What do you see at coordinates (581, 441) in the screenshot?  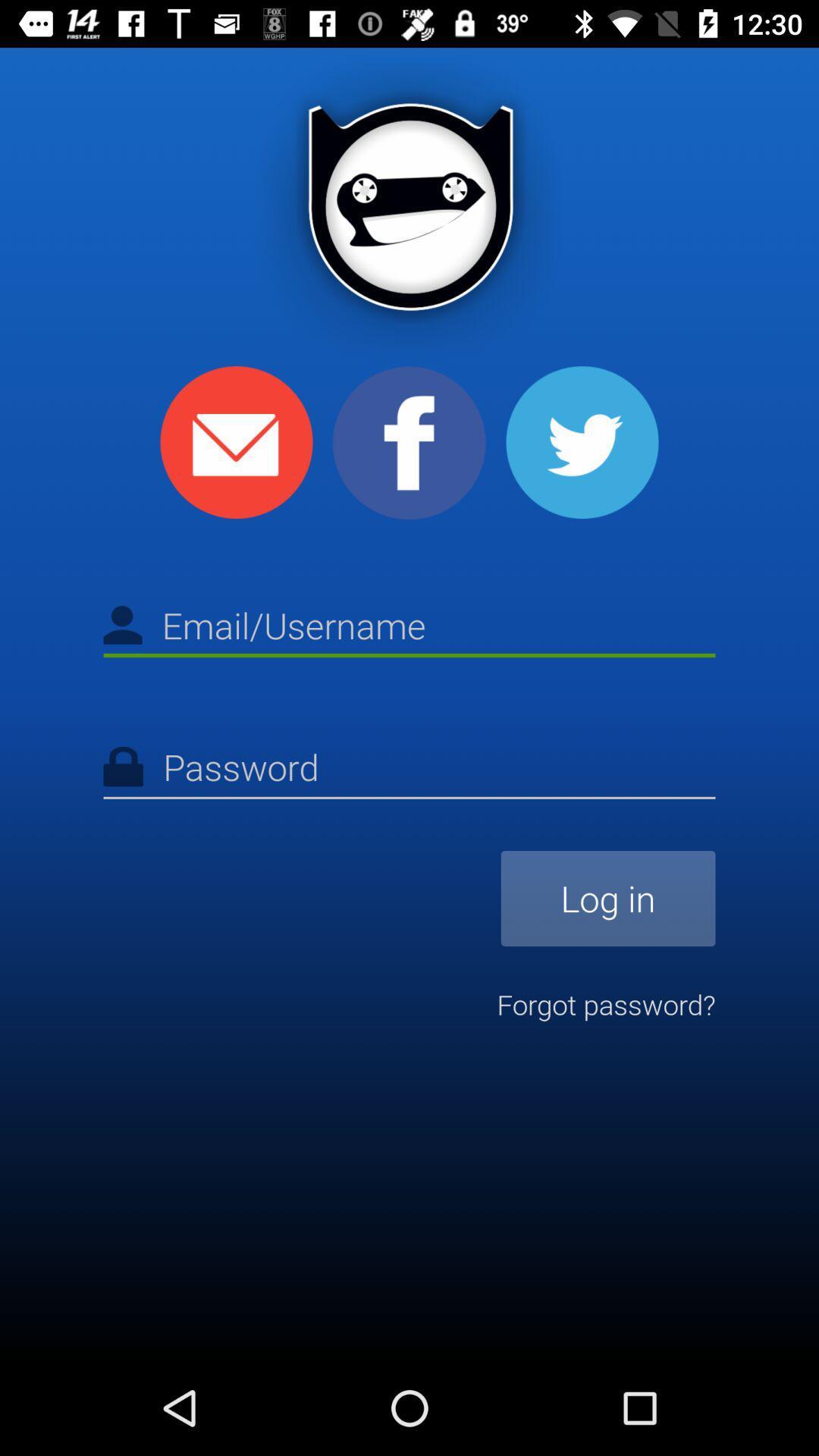 I see `share with twitter` at bounding box center [581, 441].